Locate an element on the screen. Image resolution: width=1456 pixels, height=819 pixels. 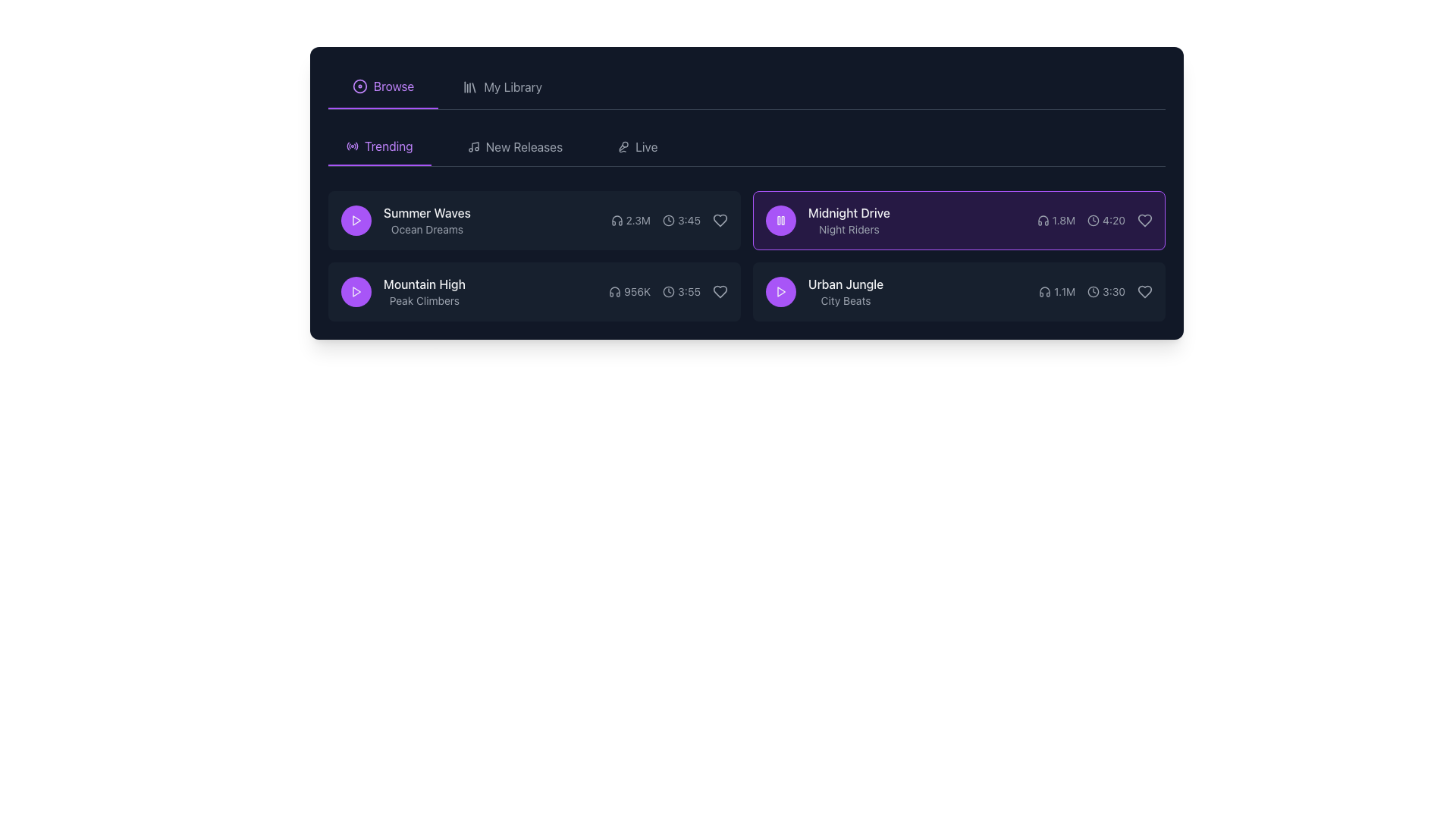
the compact library icon located to the left of the 'My Library' text in the navigation bar is located at coordinates (469, 87).